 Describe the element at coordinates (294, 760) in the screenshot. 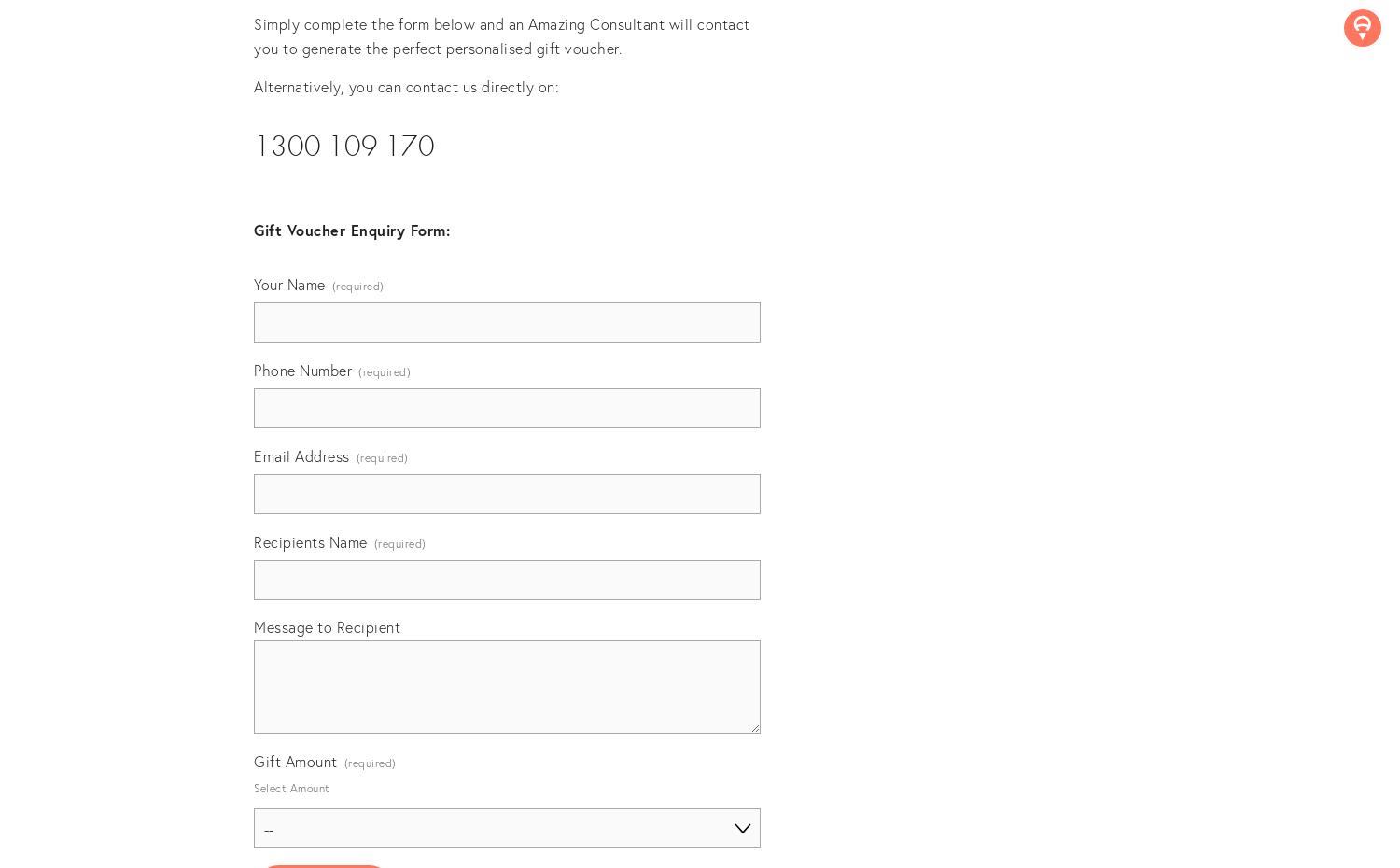

I see `'Gift Amount'` at that location.